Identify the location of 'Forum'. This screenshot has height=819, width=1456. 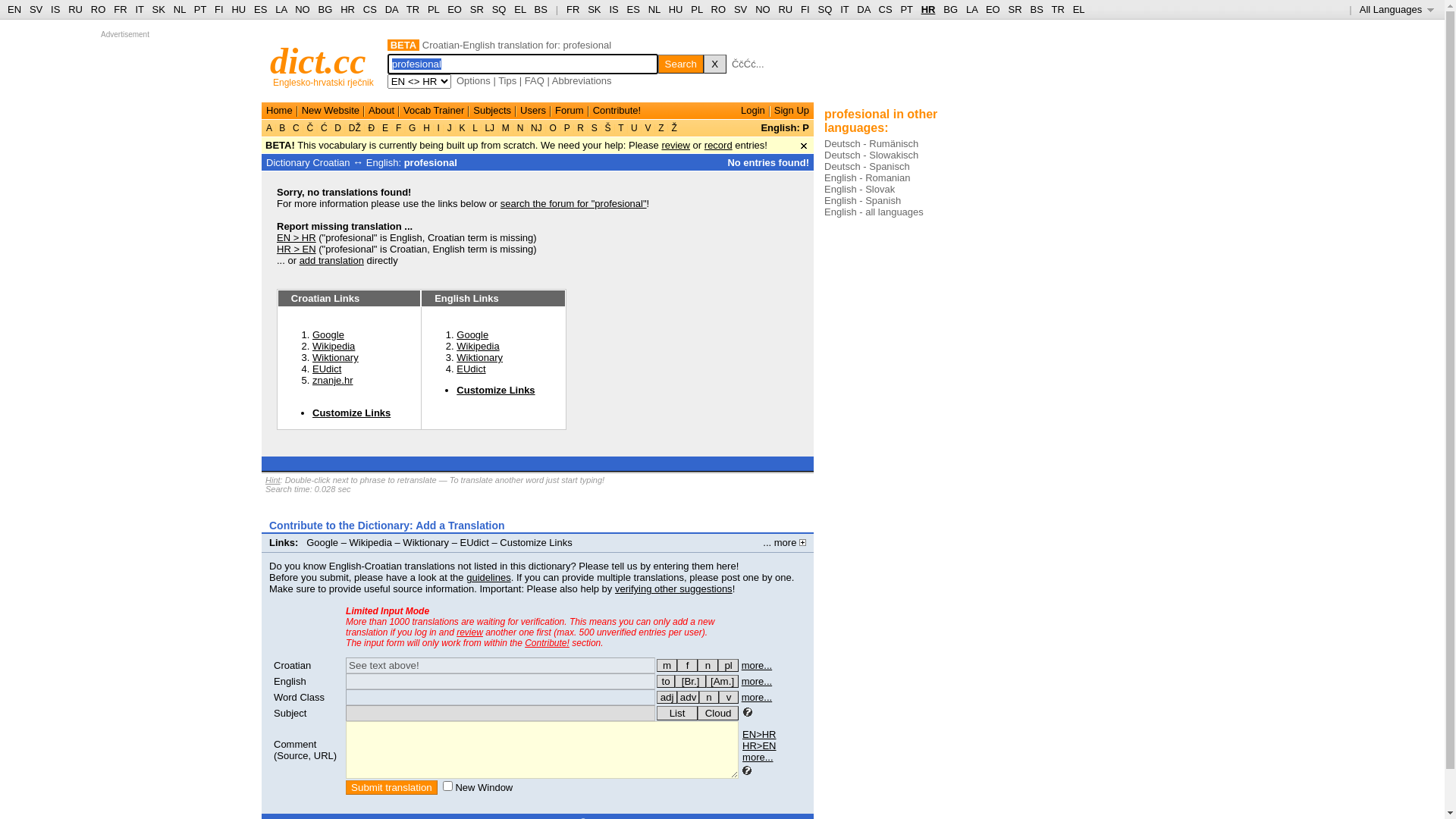
(568, 109).